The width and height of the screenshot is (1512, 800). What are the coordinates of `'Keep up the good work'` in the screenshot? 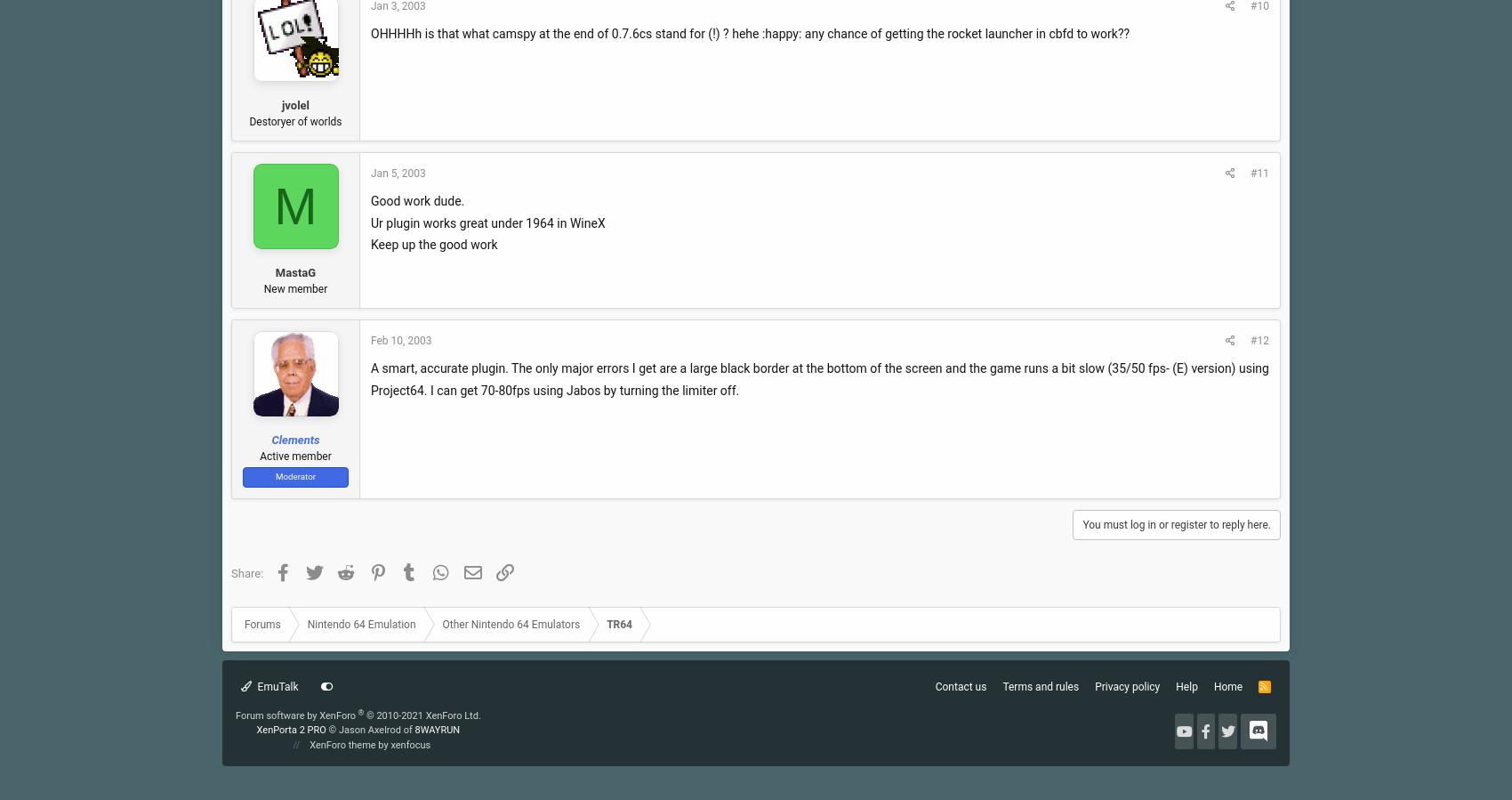 It's located at (434, 245).